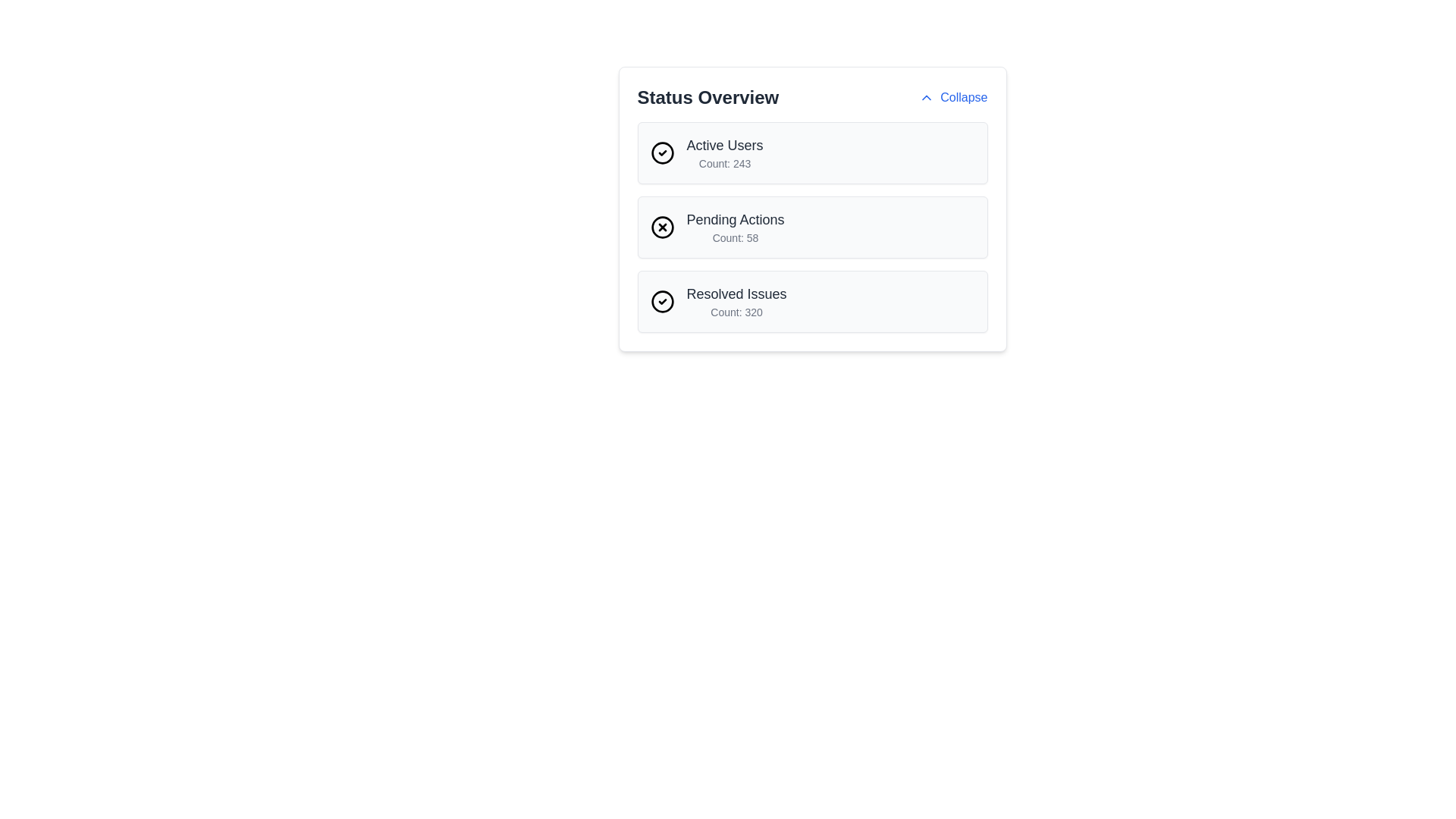  Describe the element at coordinates (723, 164) in the screenshot. I see `the Static text element that indicates the count of active users located beneath the 'Active Users' label in the 'Status Overview' panel` at that location.